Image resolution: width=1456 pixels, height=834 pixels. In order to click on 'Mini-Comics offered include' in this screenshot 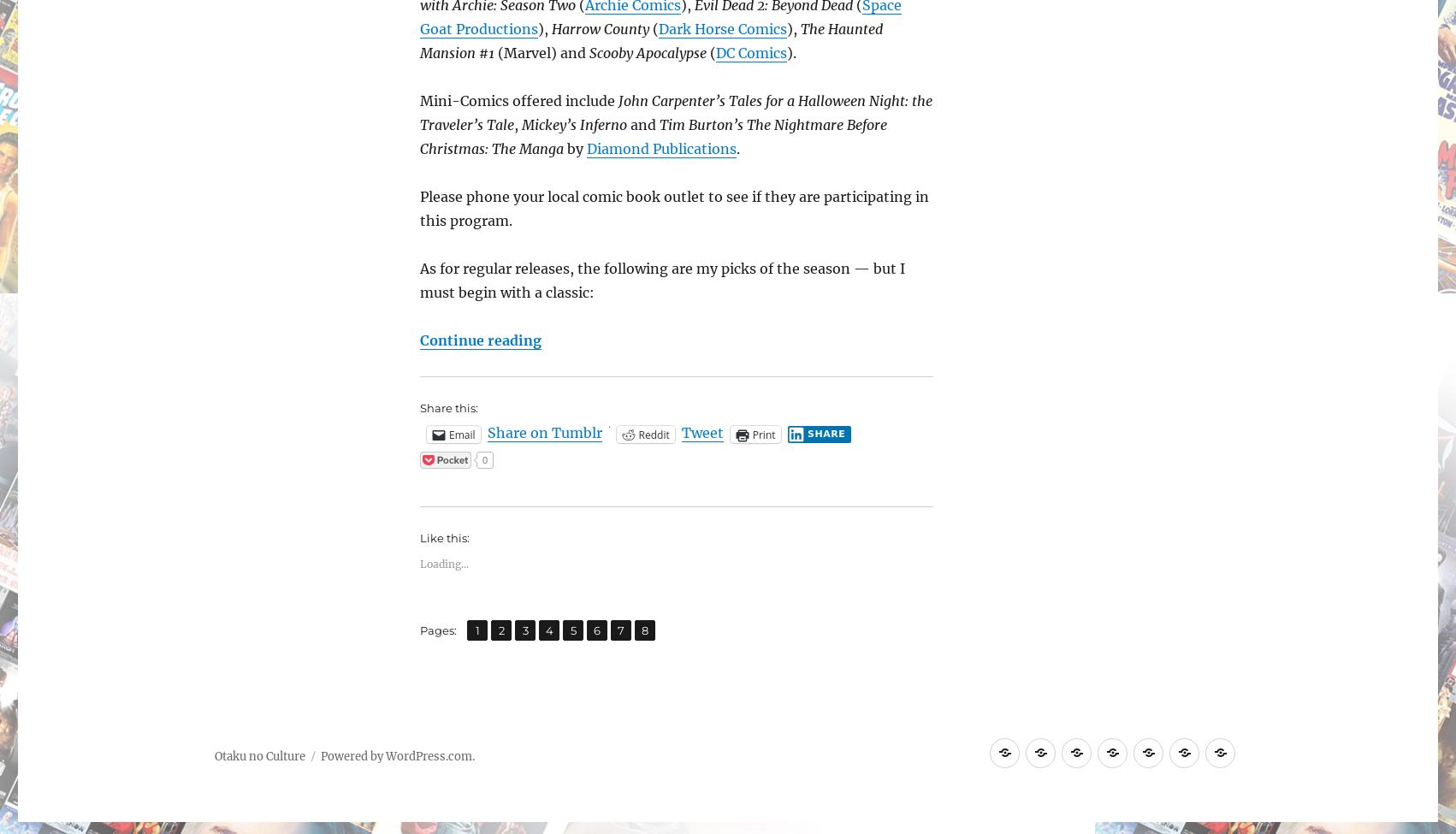, I will do `click(419, 99)`.